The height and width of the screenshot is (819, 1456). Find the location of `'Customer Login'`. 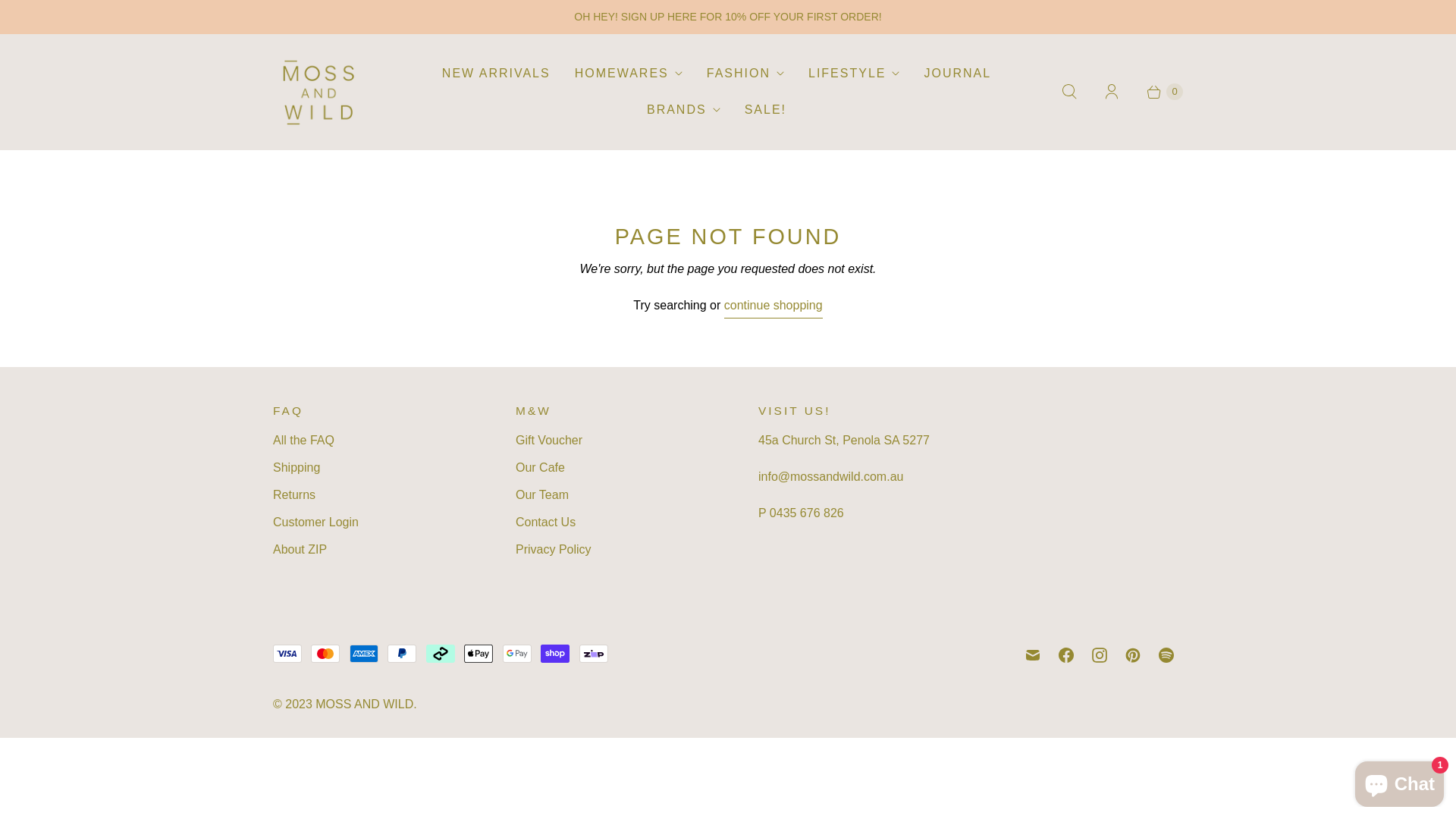

'Customer Login' is located at coordinates (315, 521).